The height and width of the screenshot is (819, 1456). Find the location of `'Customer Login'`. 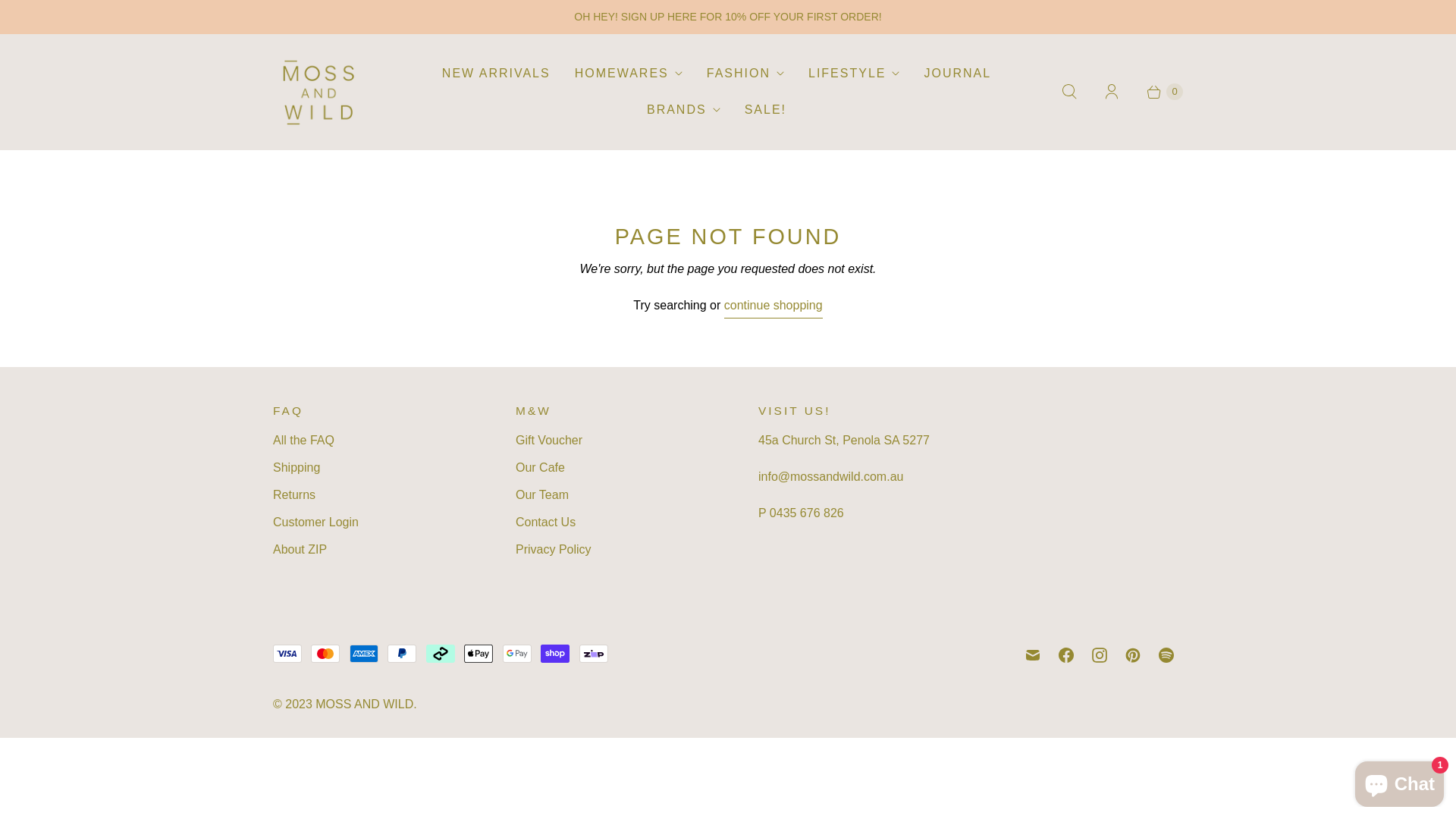

'Customer Login' is located at coordinates (315, 521).